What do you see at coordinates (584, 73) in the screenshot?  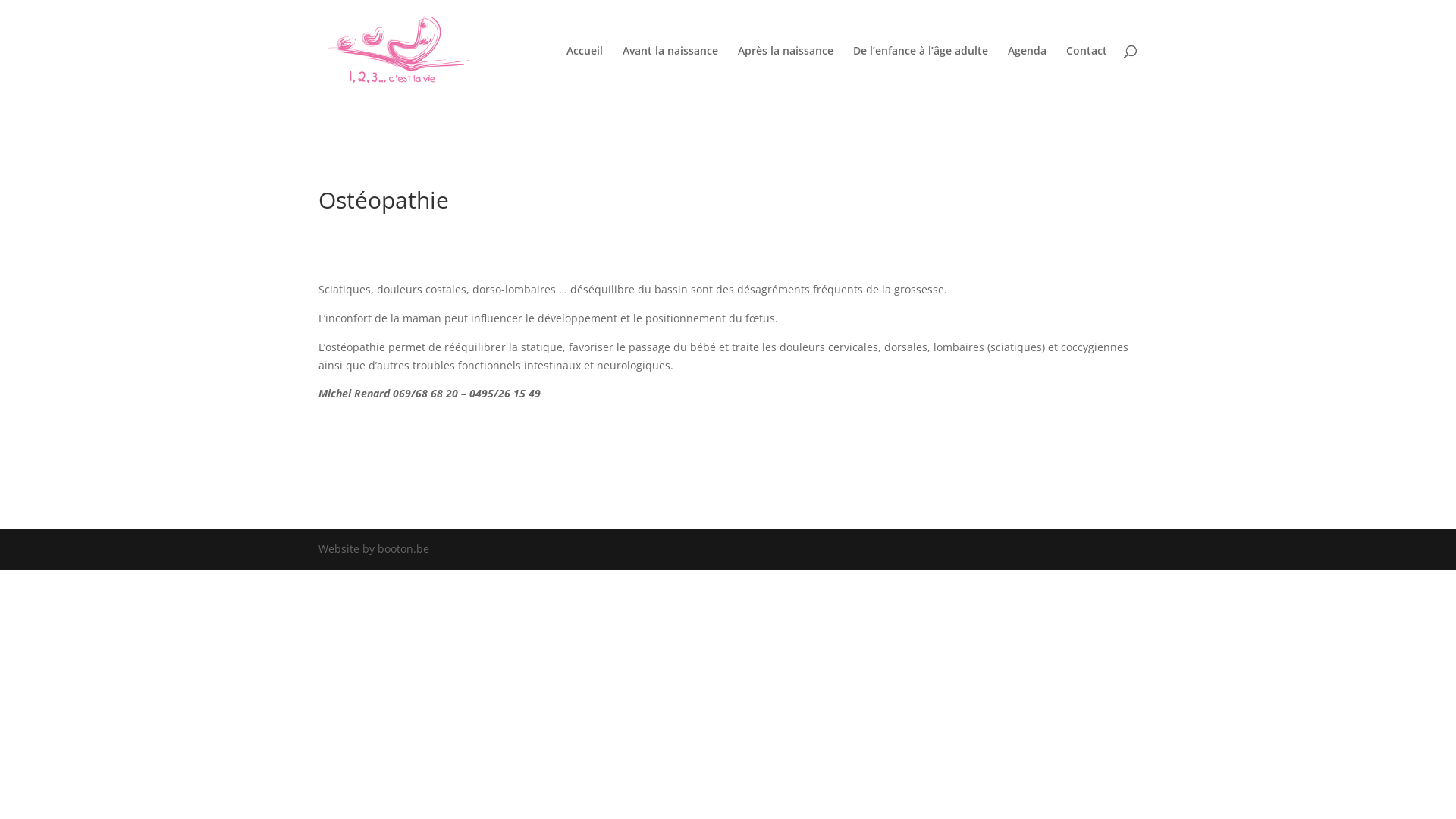 I see `'Accueil'` at bounding box center [584, 73].